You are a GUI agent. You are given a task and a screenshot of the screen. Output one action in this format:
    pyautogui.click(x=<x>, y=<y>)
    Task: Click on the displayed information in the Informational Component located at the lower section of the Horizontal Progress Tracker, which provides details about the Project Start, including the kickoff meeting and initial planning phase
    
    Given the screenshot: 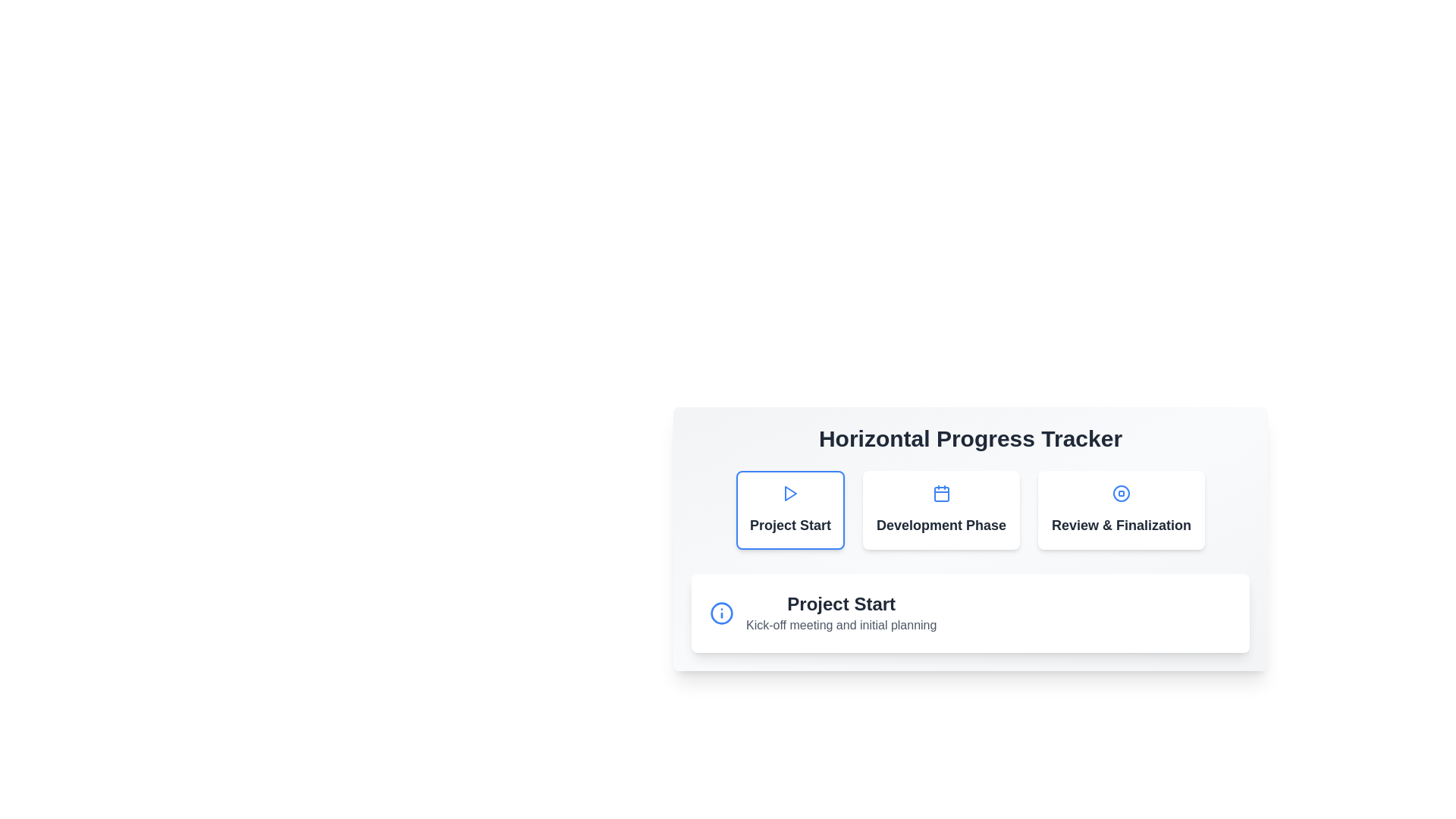 What is the action you would take?
    pyautogui.click(x=971, y=613)
    